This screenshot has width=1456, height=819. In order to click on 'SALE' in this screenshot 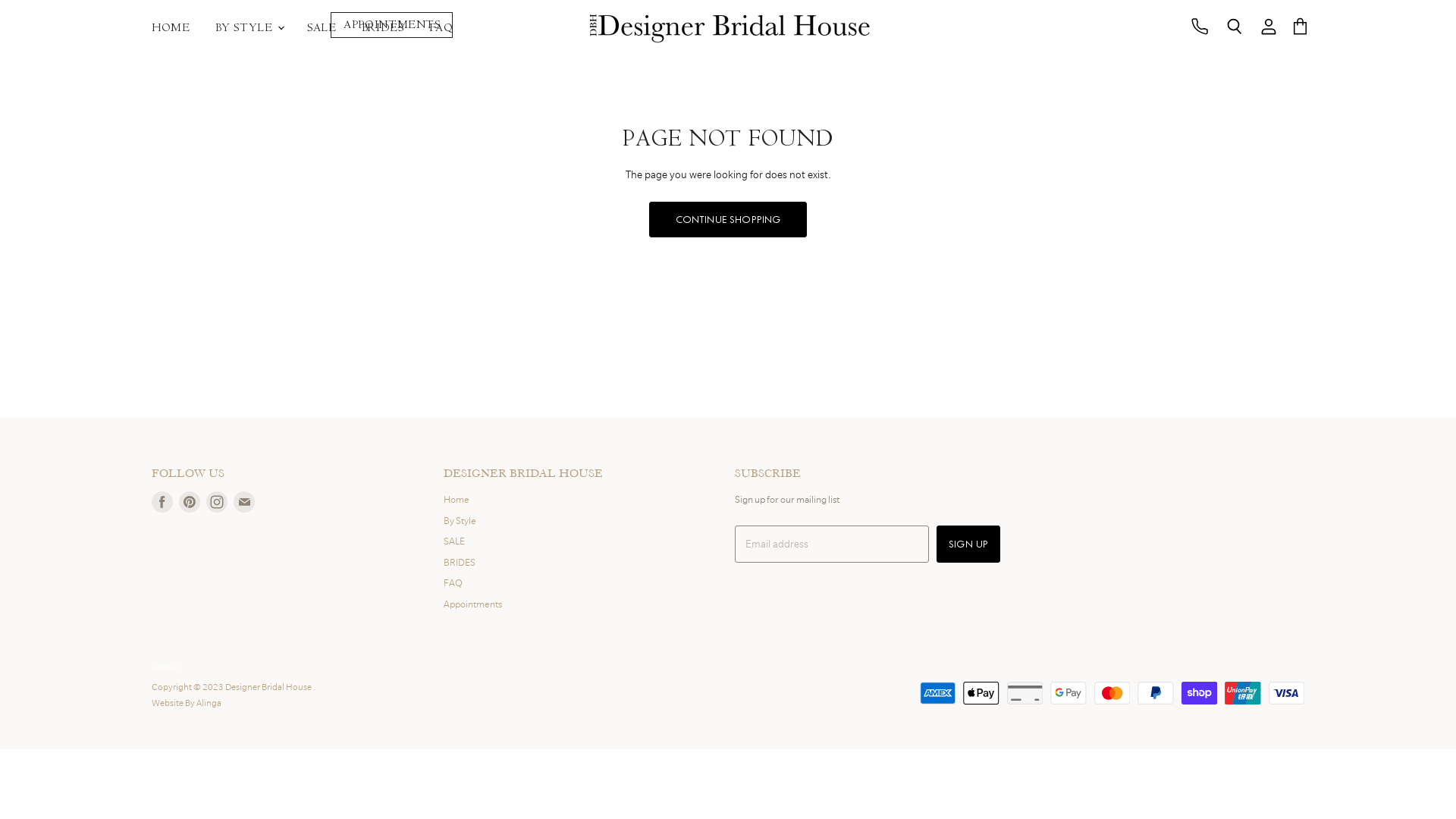, I will do `click(453, 540)`.